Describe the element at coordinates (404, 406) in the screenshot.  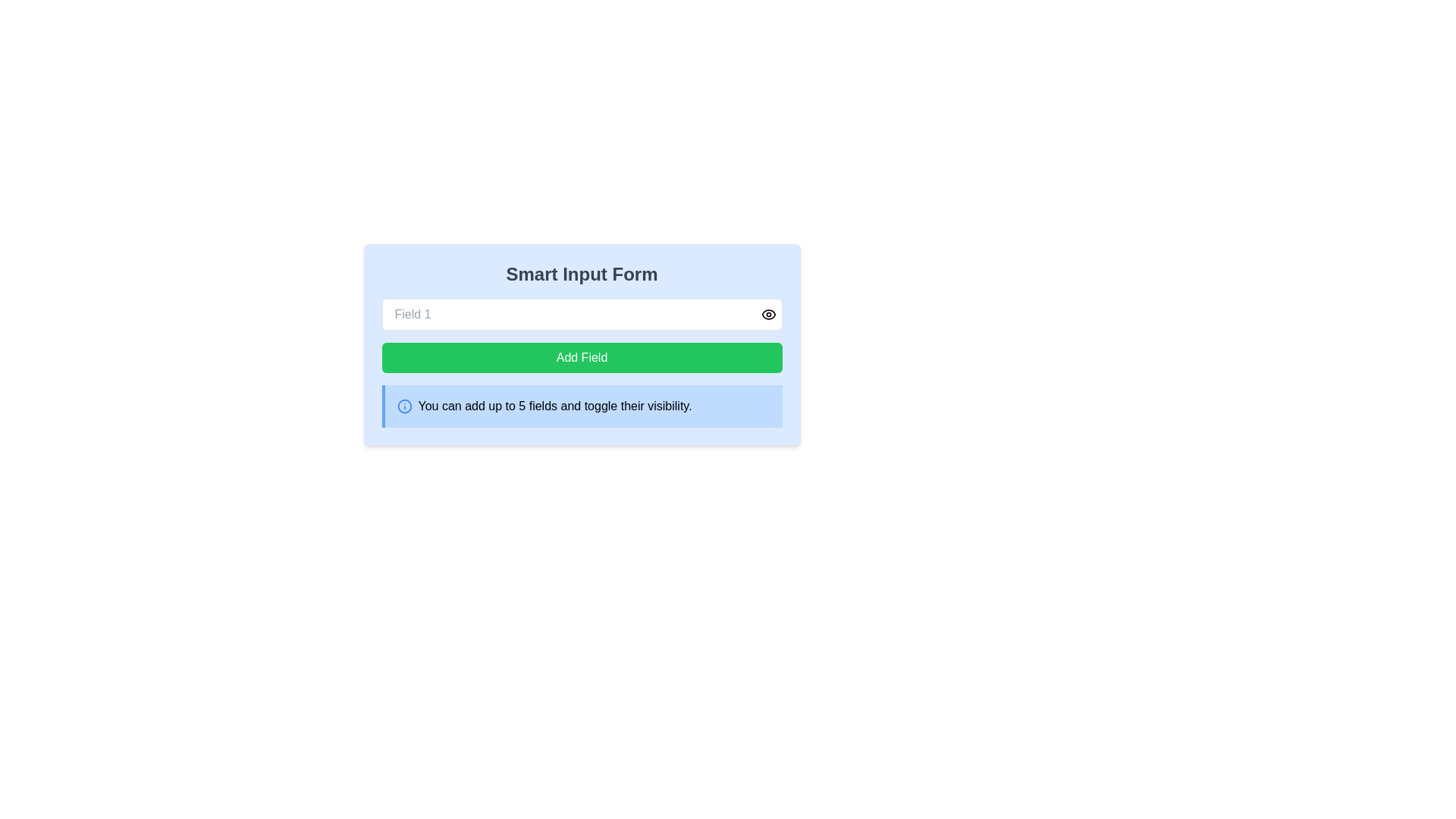
I see `the Circle Glyph, which is a circular icon with a blue outline and a white interior, located within an SVG graphics context near the bottom left of the notification bar in the form interface` at that location.